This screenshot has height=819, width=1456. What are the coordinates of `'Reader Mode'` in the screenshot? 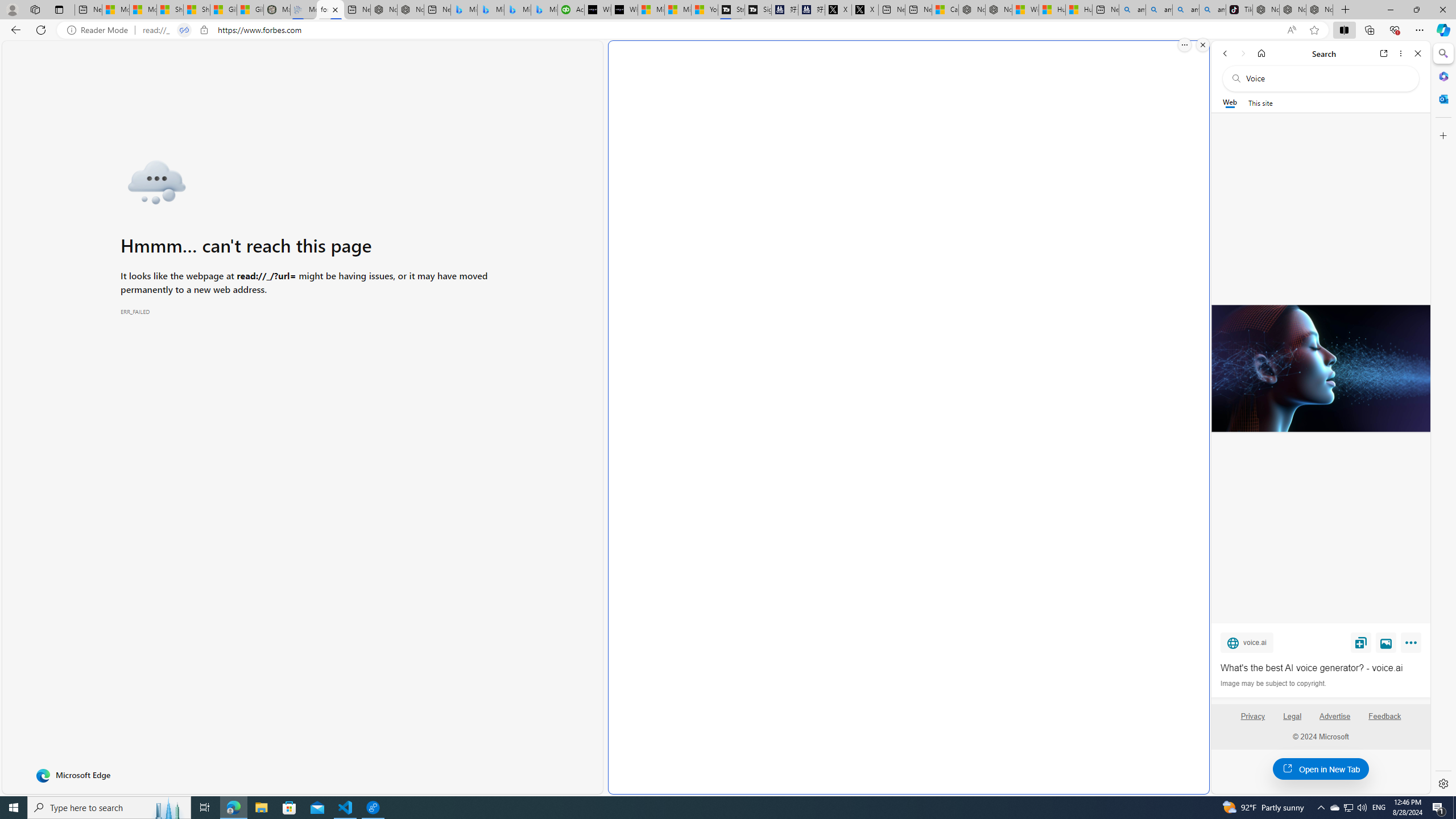 It's located at (100, 30).